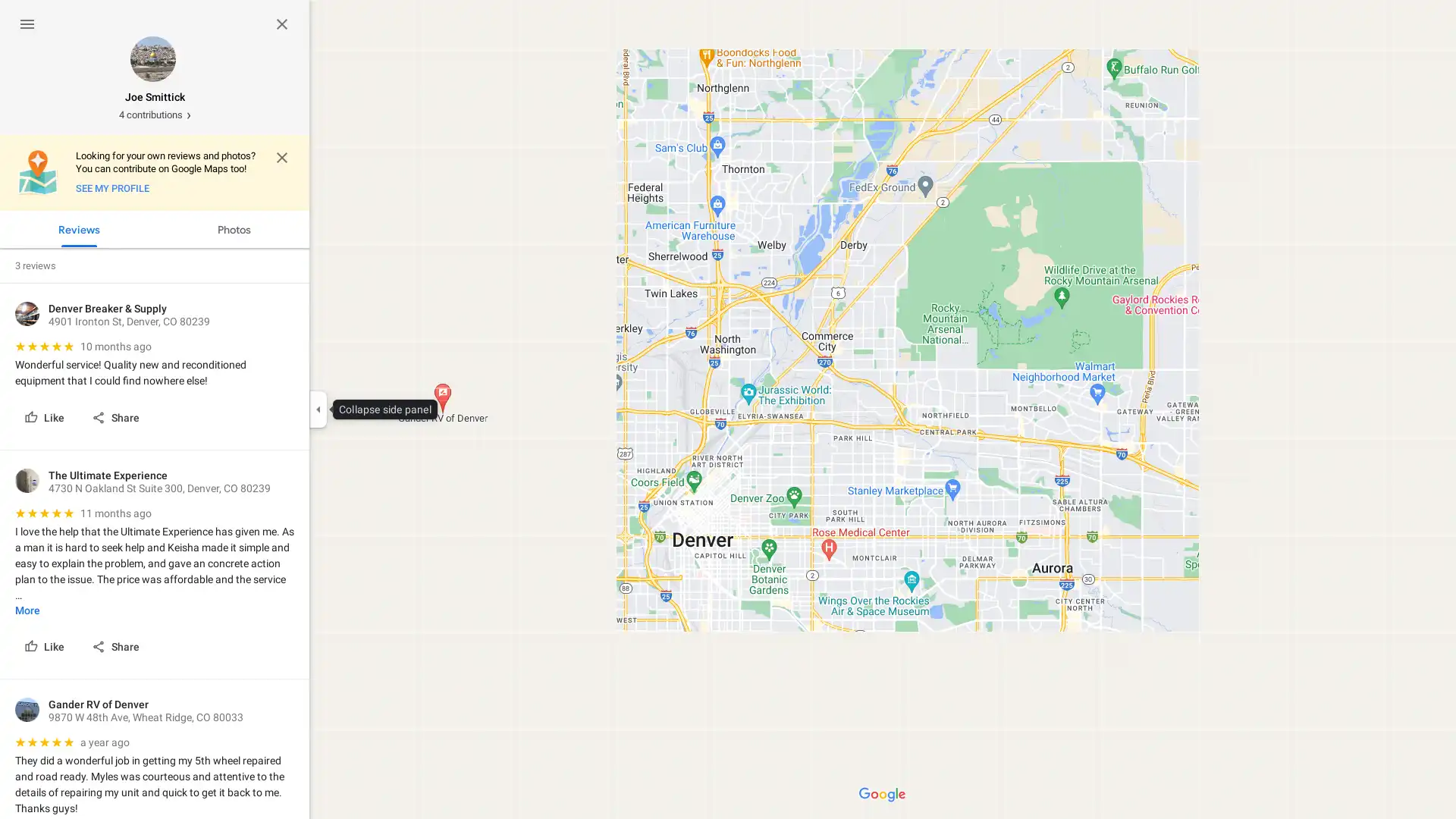 Image resolution: width=1456 pixels, height=819 pixels. Describe the element at coordinates (116, 417) in the screenshot. I see `Share Denver Breaker & Supply's review.` at that location.